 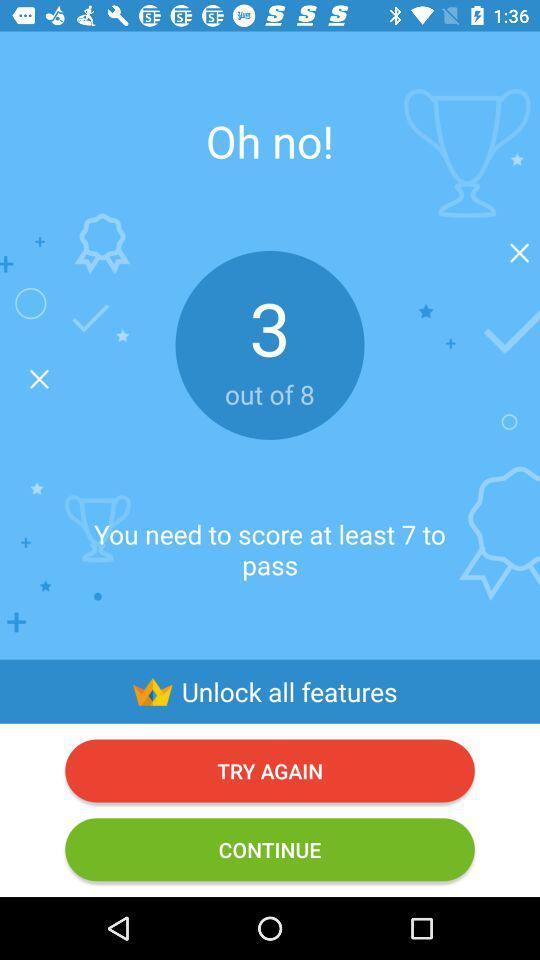 What do you see at coordinates (270, 769) in the screenshot?
I see `try again` at bounding box center [270, 769].